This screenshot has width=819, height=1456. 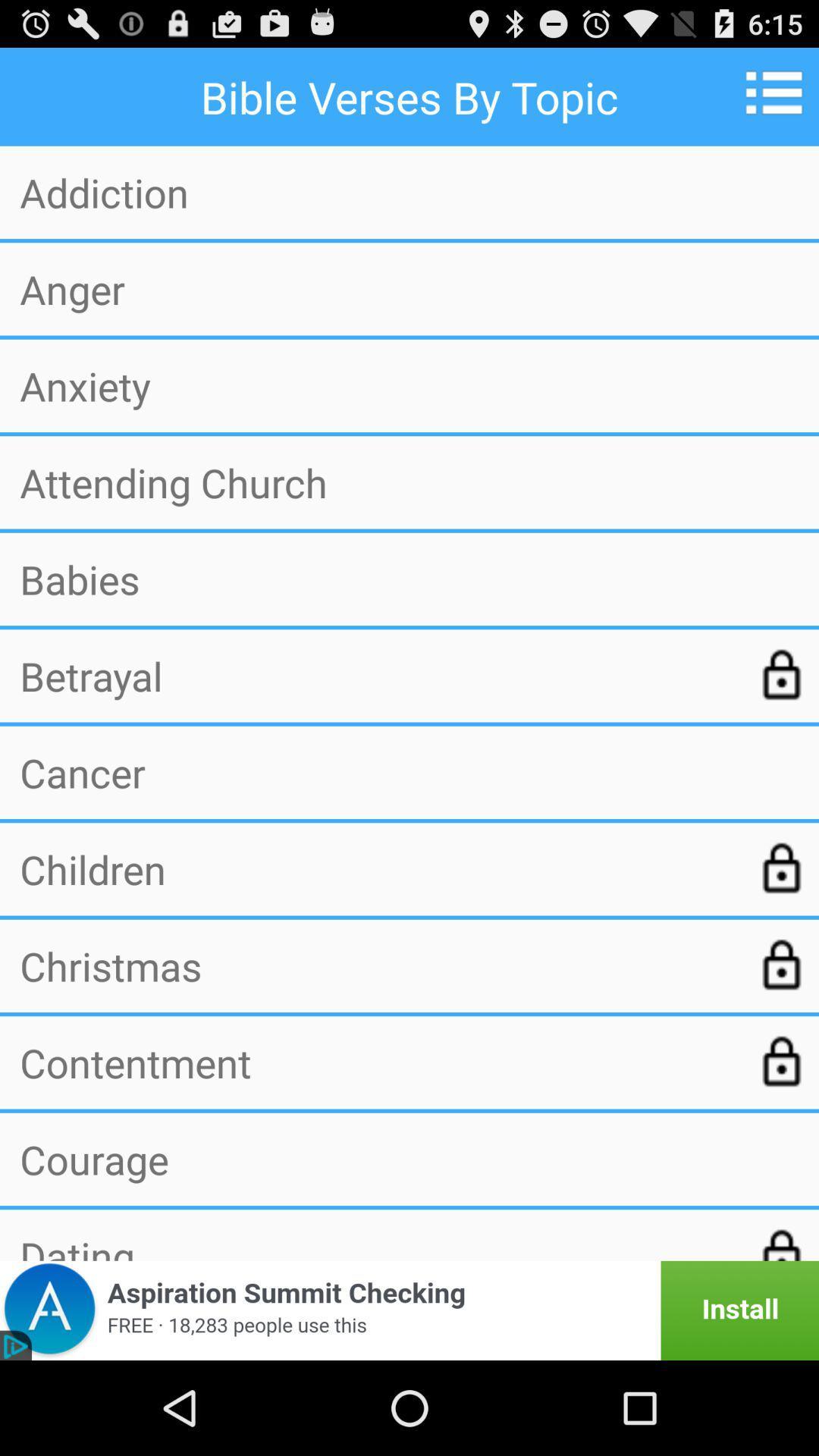 What do you see at coordinates (409, 191) in the screenshot?
I see `the addiction item` at bounding box center [409, 191].